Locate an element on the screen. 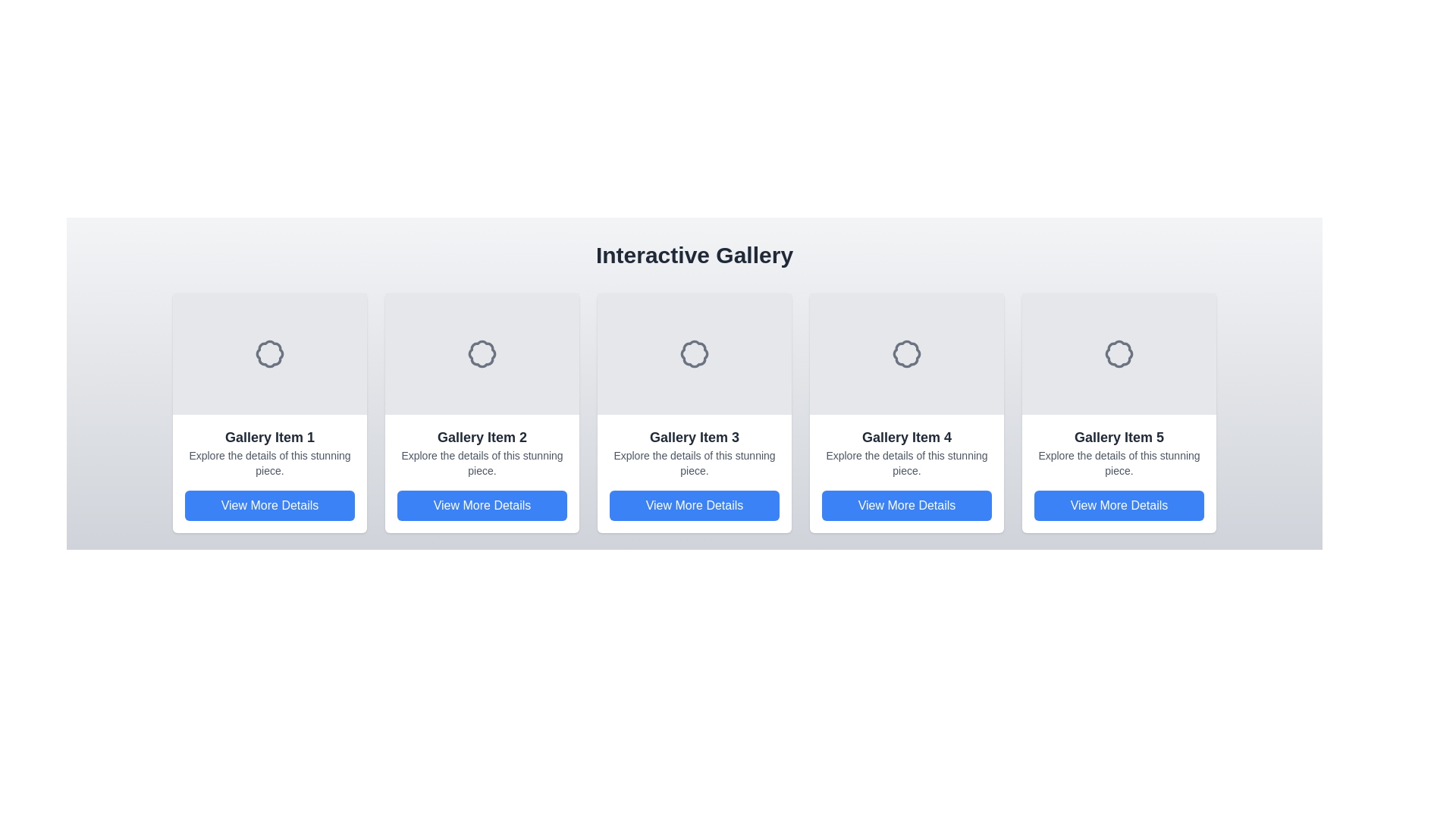  the Decorative Icon, a circular icon with a scalloped border and a light gray fill, located in the second item card of a horizontal gallery layout is located at coordinates (481, 353).